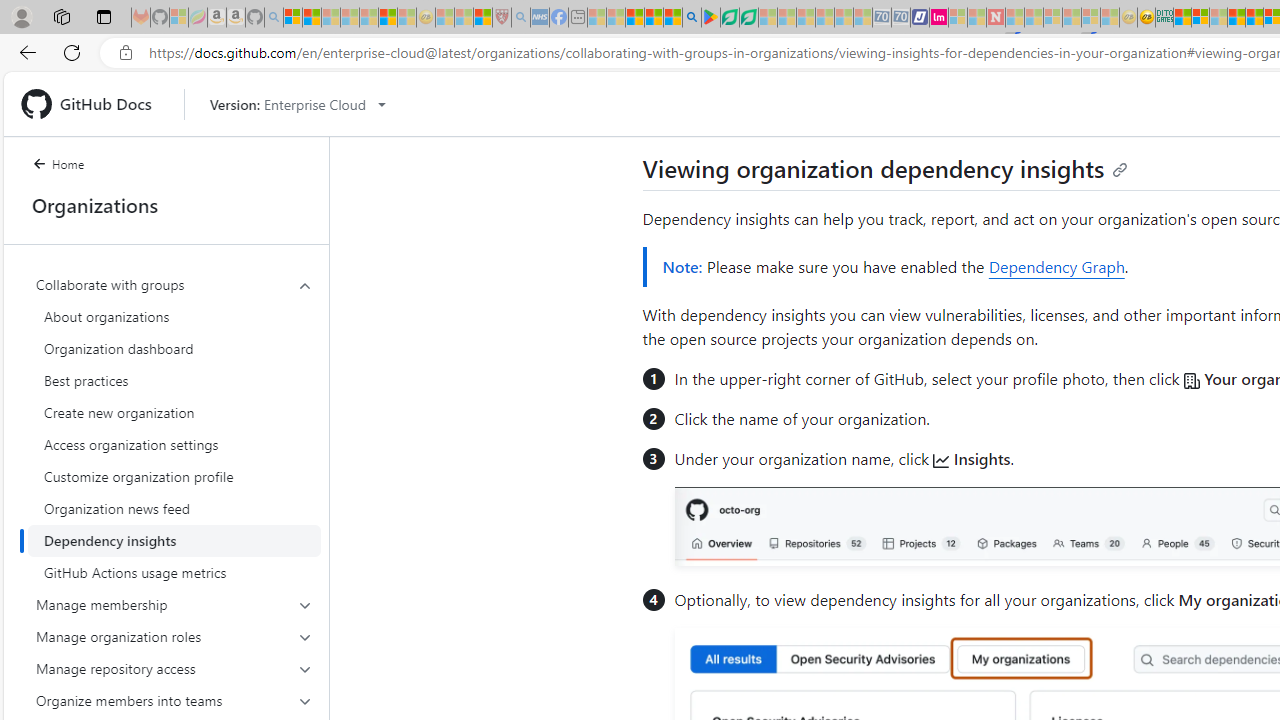 The height and width of the screenshot is (720, 1280). I want to click on 'Dependency insights', so click(174, 541).